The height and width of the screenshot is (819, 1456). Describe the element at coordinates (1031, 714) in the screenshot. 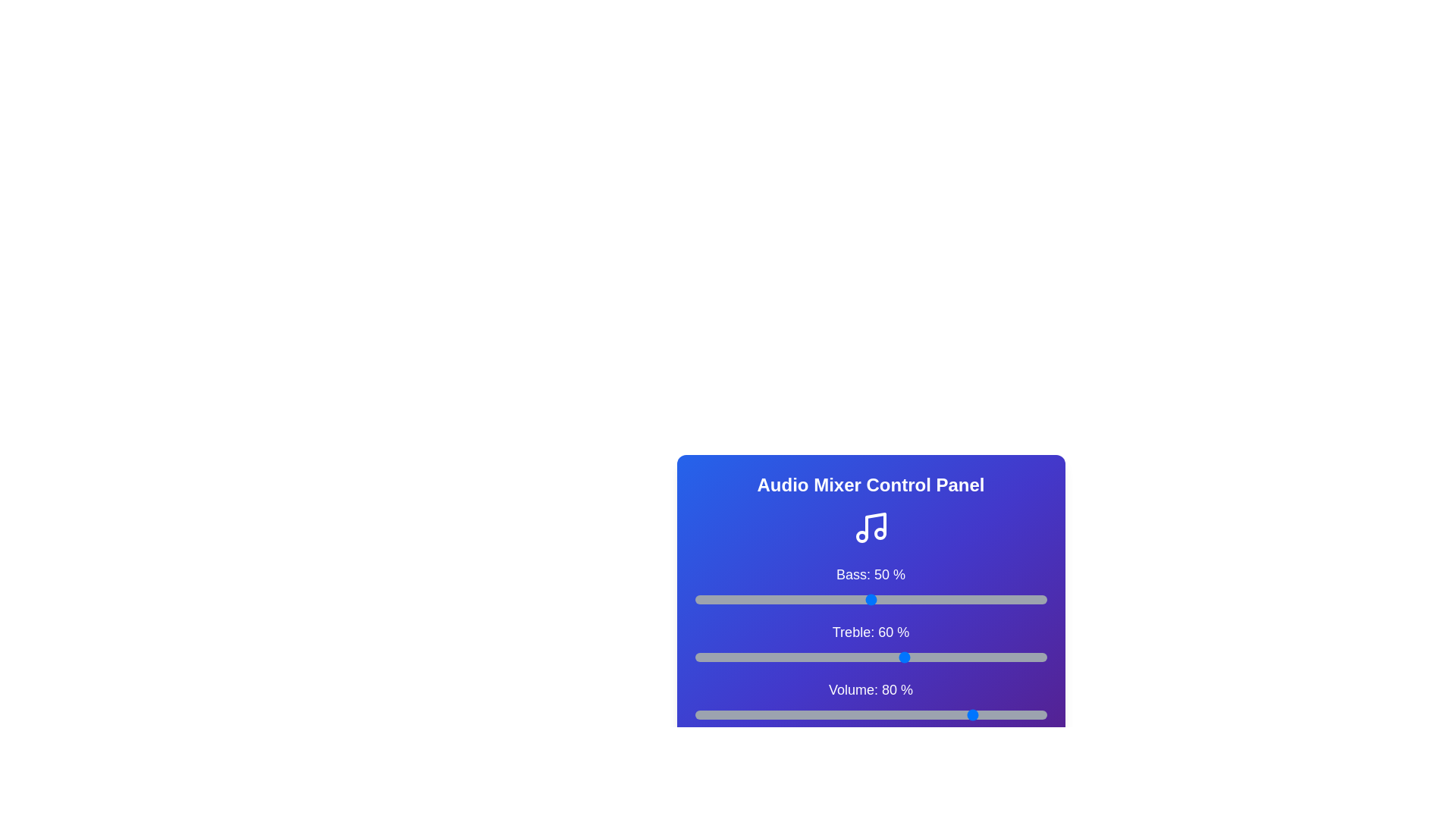

I see `the volume slider to 96%` at that location.